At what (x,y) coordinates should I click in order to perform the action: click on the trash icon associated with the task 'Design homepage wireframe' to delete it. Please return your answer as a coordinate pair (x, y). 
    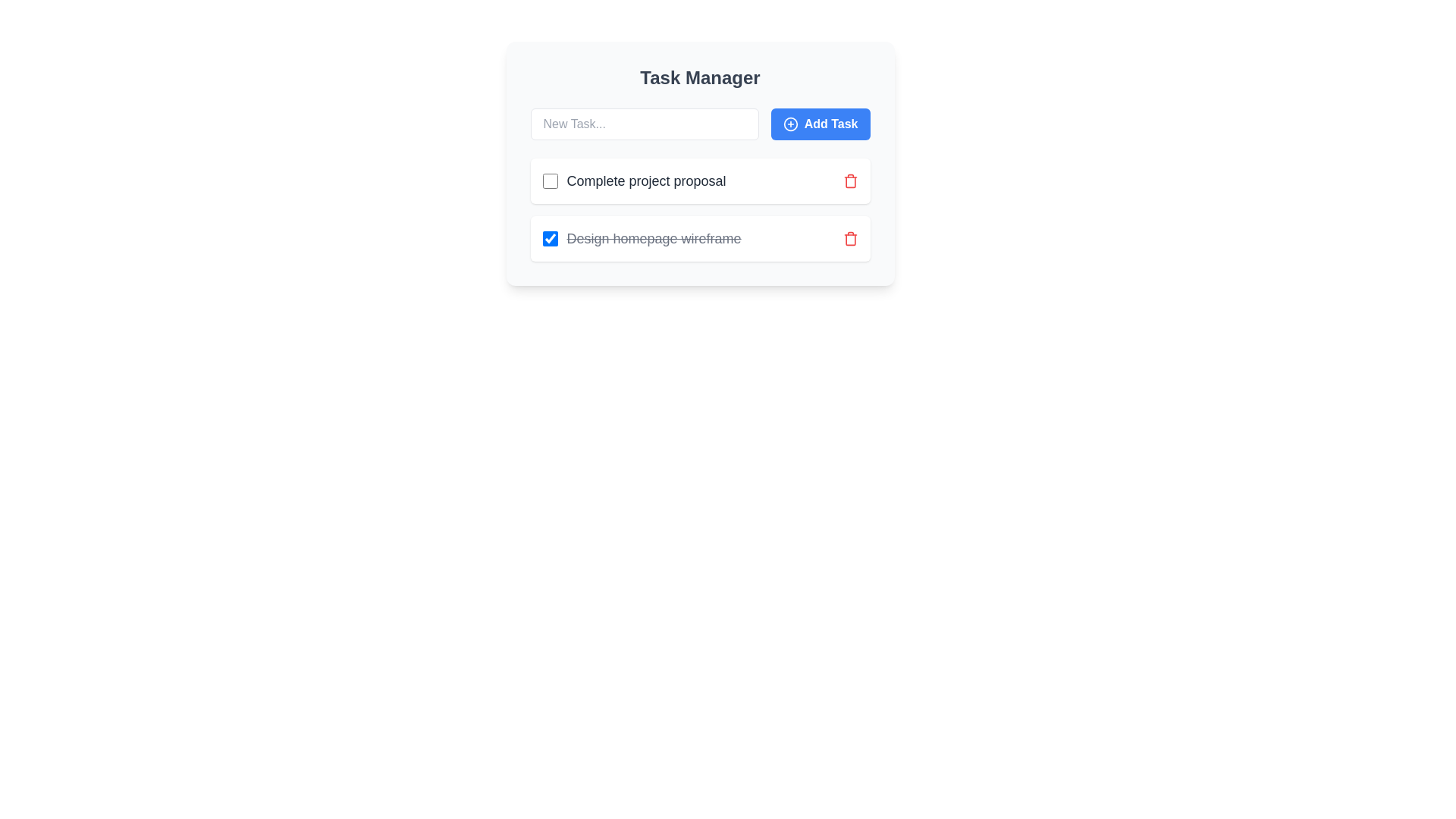
    Looking at the image, I should click on (850, 239).